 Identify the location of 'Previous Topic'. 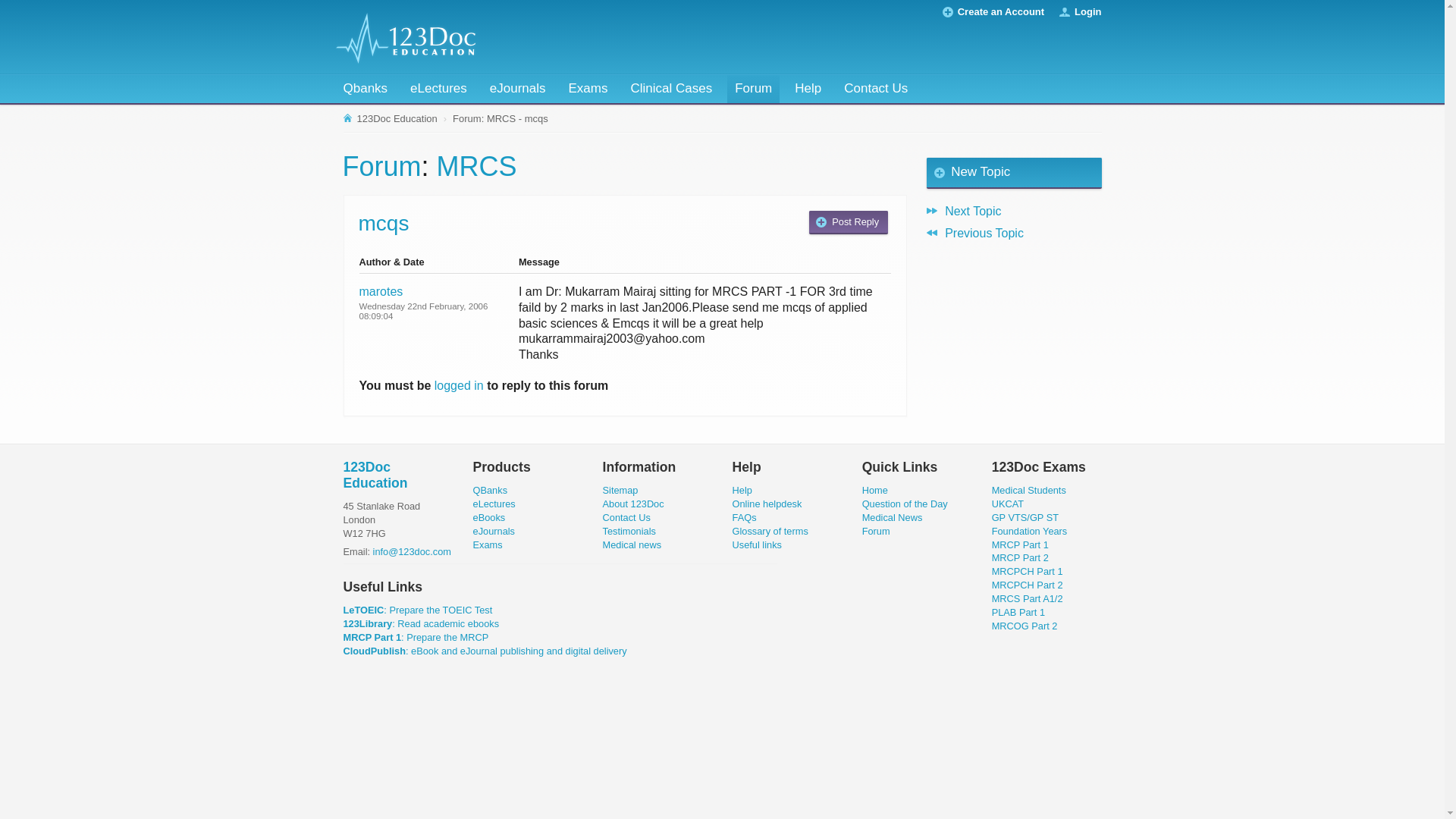
(1014, 233).